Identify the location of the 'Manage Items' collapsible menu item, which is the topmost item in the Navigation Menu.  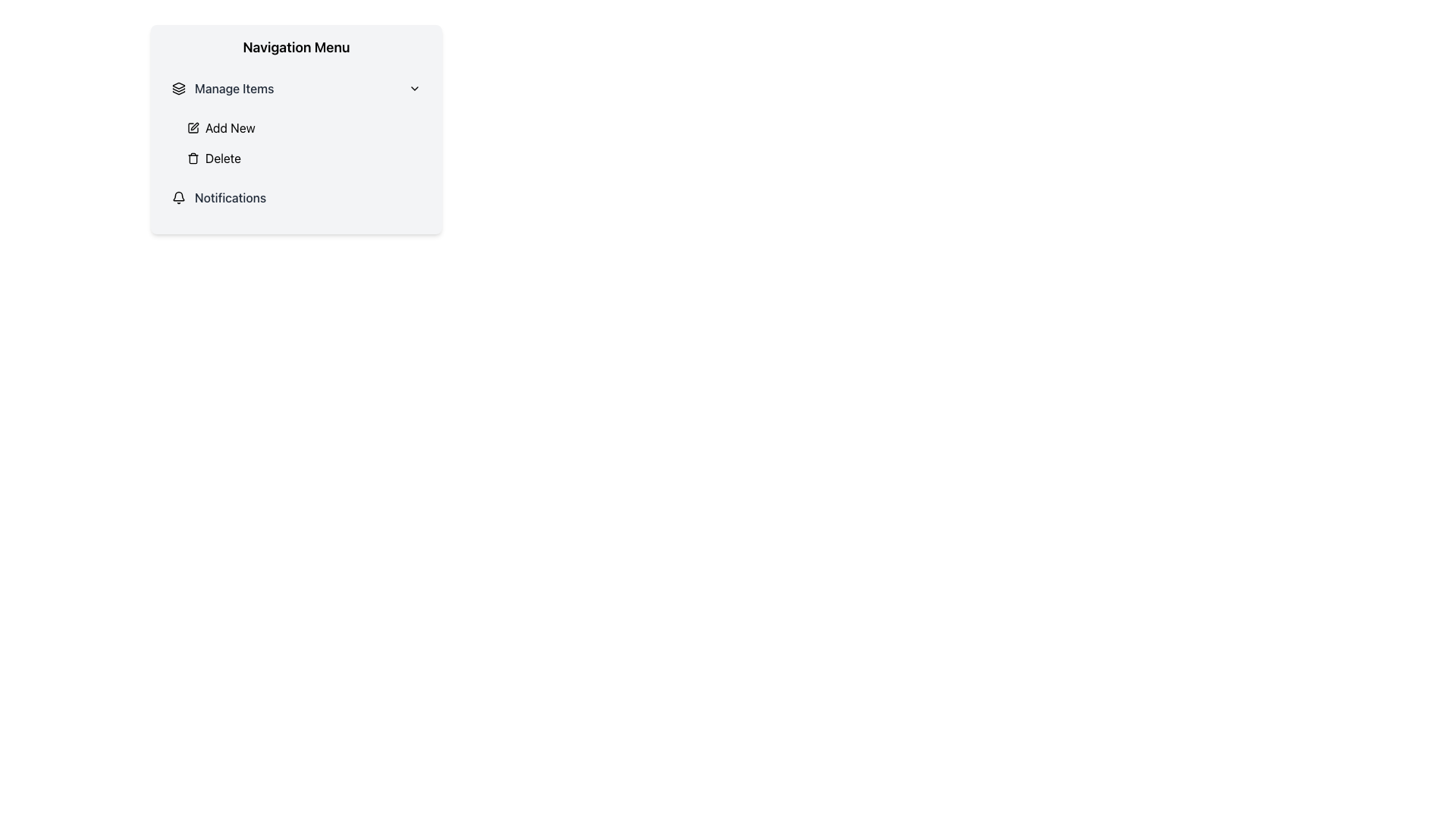
(296, 88).